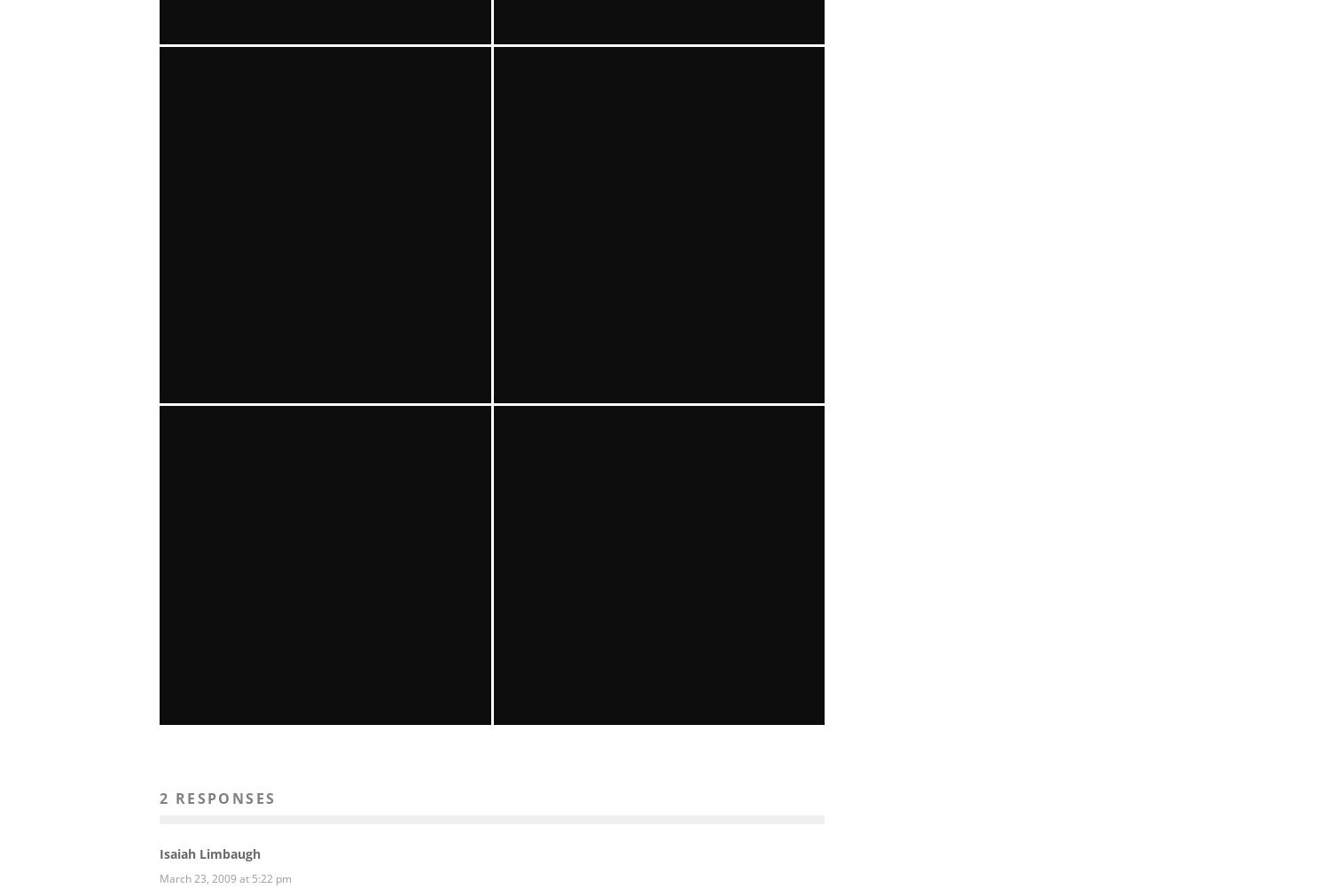 The width and height of the screenshot is (1330, 896). I want to click on 'Going On in NYC', so click(325, 794).